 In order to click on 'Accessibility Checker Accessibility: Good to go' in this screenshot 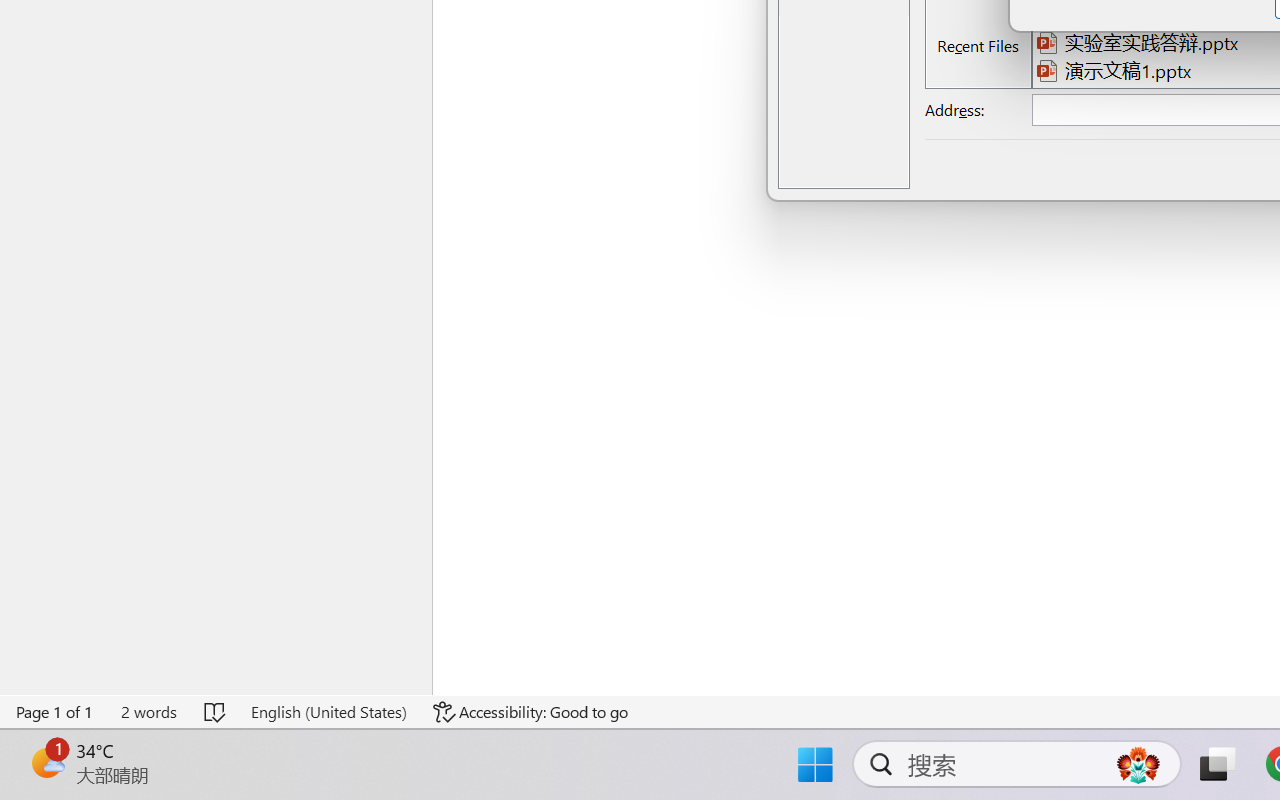, I will do `click(531, 711)`.